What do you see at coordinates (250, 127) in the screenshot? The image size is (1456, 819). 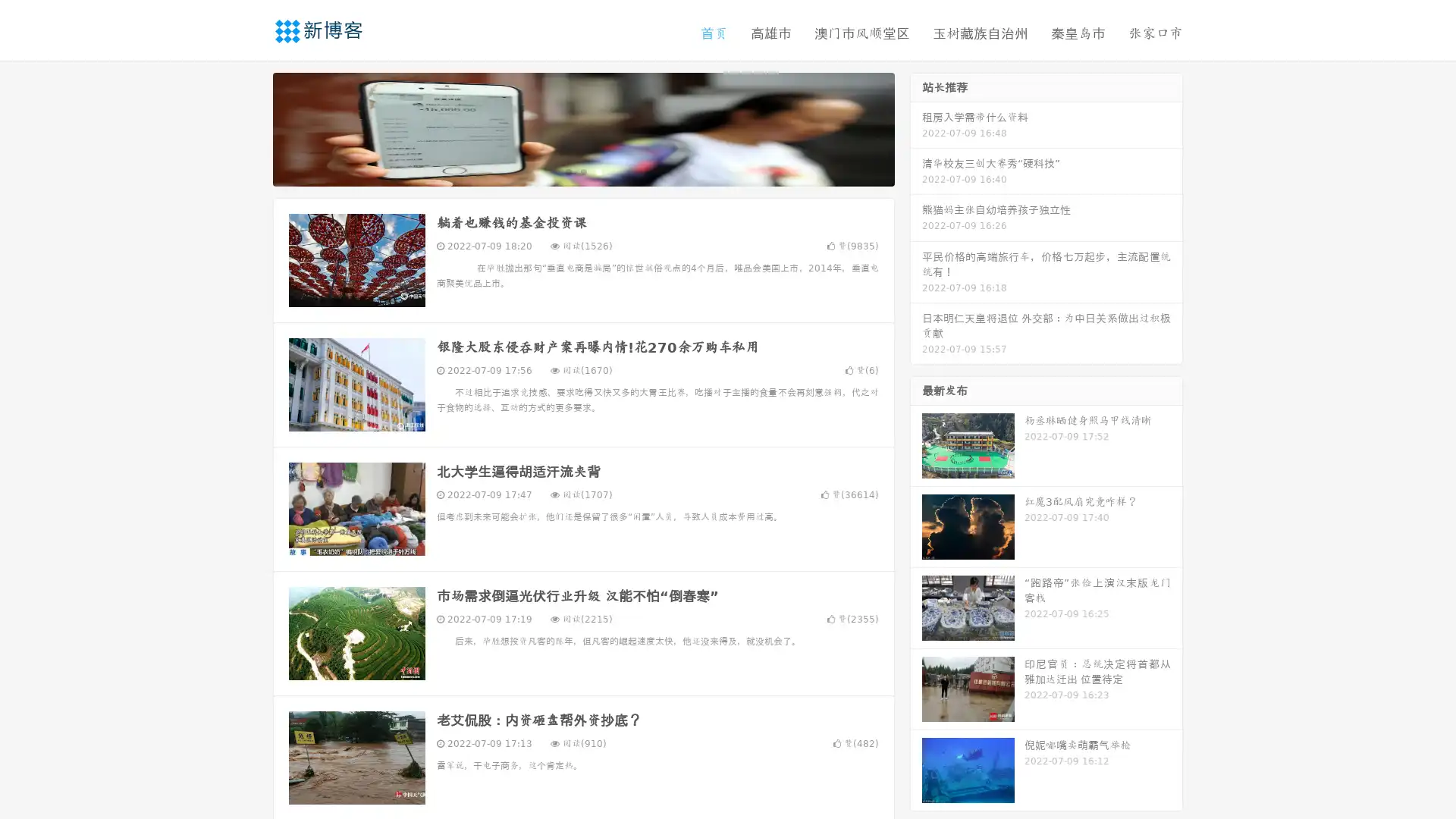 I see `Previous slide` at bounding box center [250, 127].